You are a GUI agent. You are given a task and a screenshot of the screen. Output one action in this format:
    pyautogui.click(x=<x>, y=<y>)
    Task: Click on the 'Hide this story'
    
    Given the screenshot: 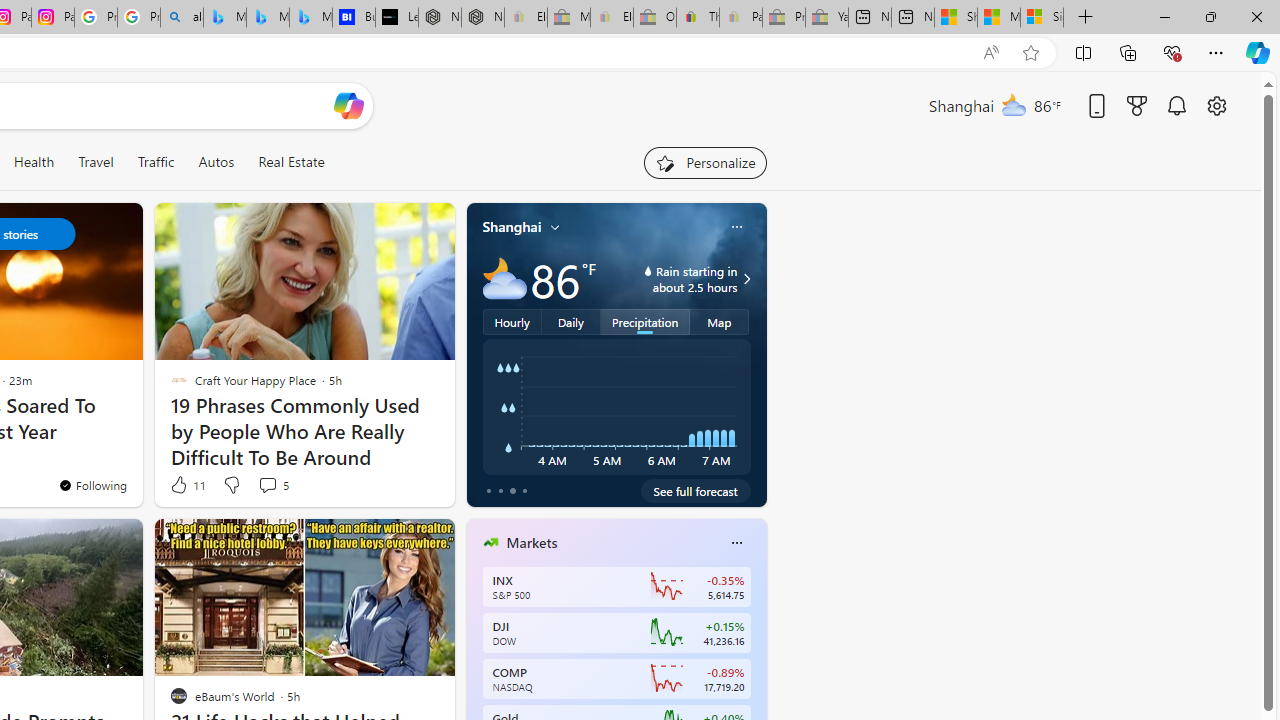 What is the action you would take?
    pyautogui.click(x=394, y=542)
    